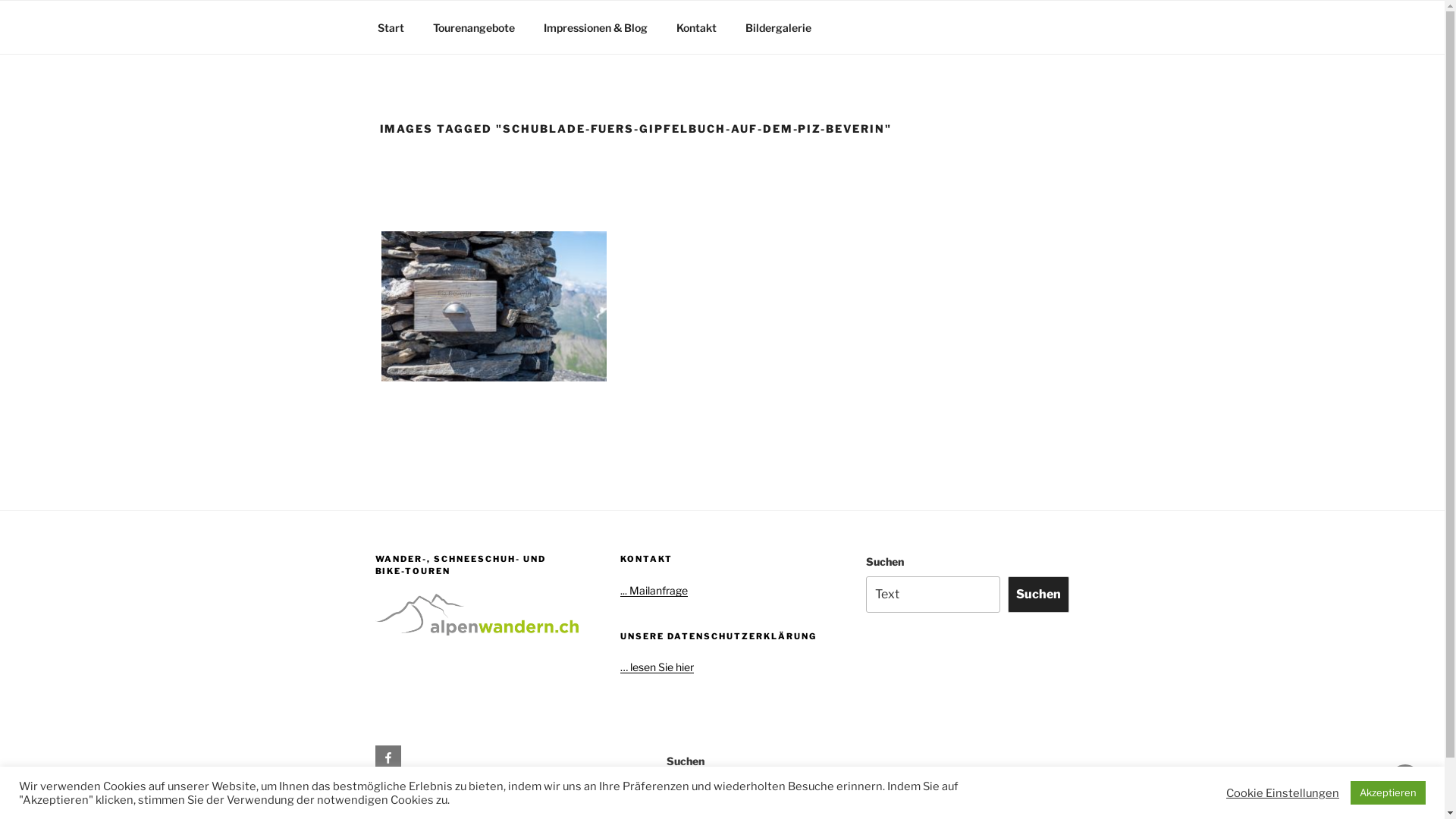 Image resolution: width=1456 pixels, height=819 pixels. What do you see at coordinates (779, 27) in the screenshot?
I see `'Bildergalerie'` at bounding box center [779, 27].